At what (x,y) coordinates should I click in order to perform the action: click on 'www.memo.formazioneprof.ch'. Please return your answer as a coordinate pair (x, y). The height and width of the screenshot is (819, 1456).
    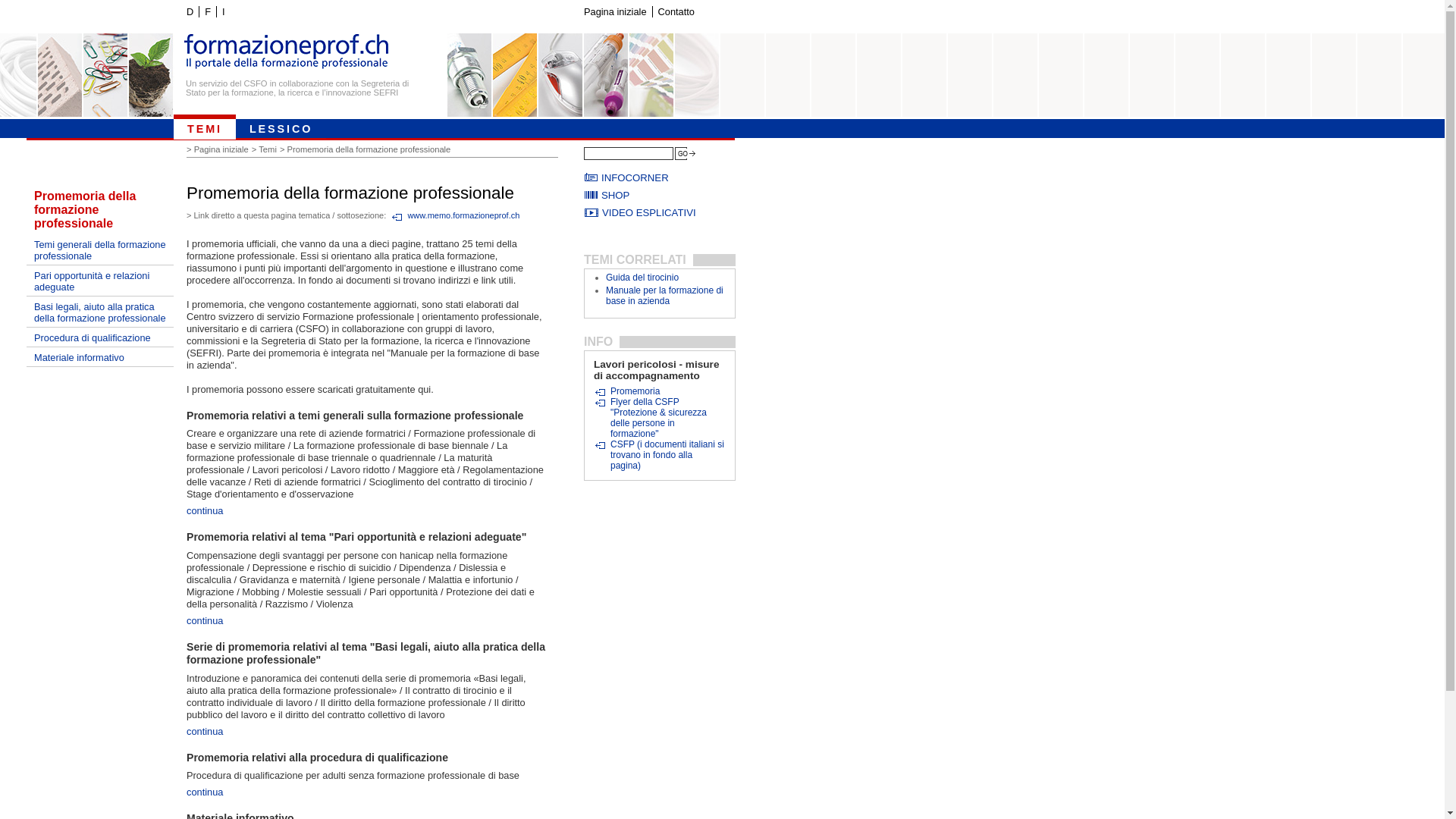
    Looking at the image, I should click on (454, 216).